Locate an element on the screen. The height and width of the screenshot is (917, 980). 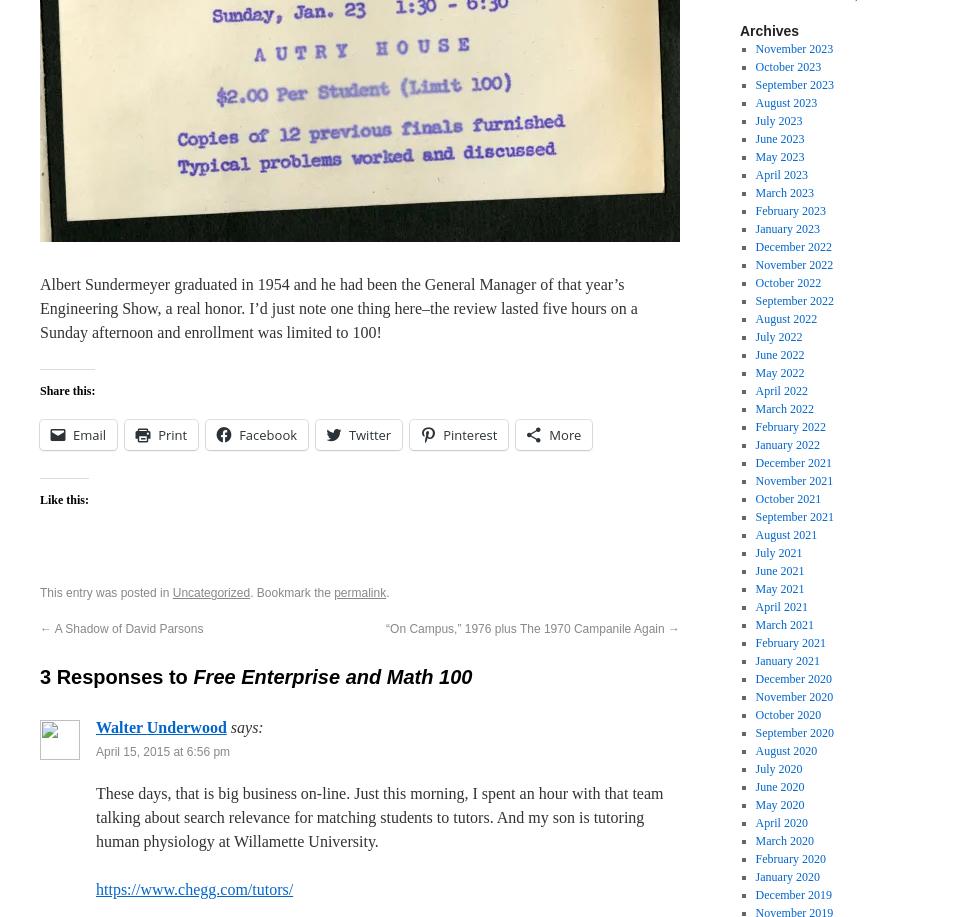
'April 15, 2015 at 6:56 pm' is located at coordinates (162, 751).